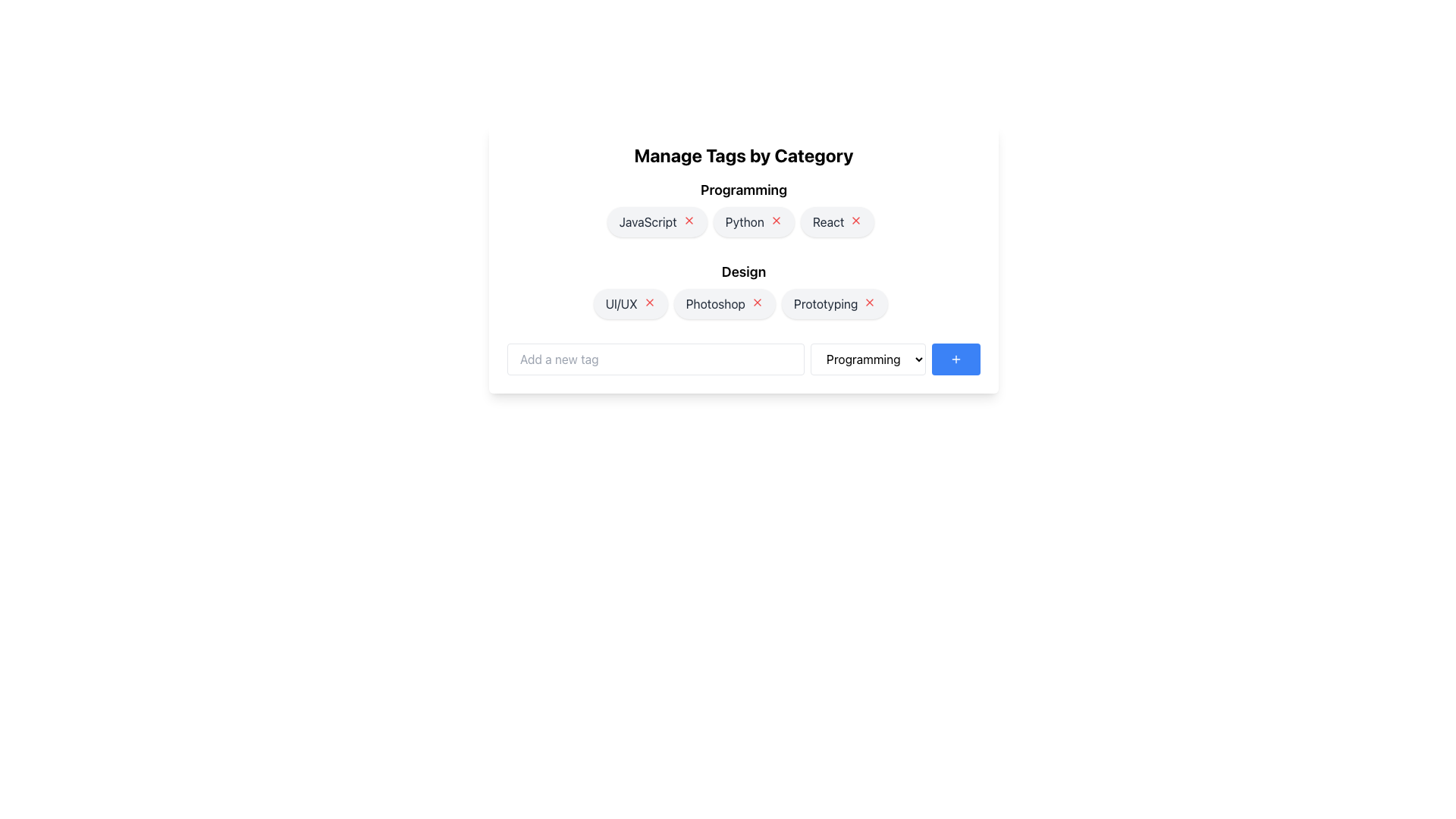  What do you see at coordinates (827, 222) in the screenshot?
I see `the text label indicating the 'React' programming language within the tag management interface for additional information` at bounding box center [827, 222].